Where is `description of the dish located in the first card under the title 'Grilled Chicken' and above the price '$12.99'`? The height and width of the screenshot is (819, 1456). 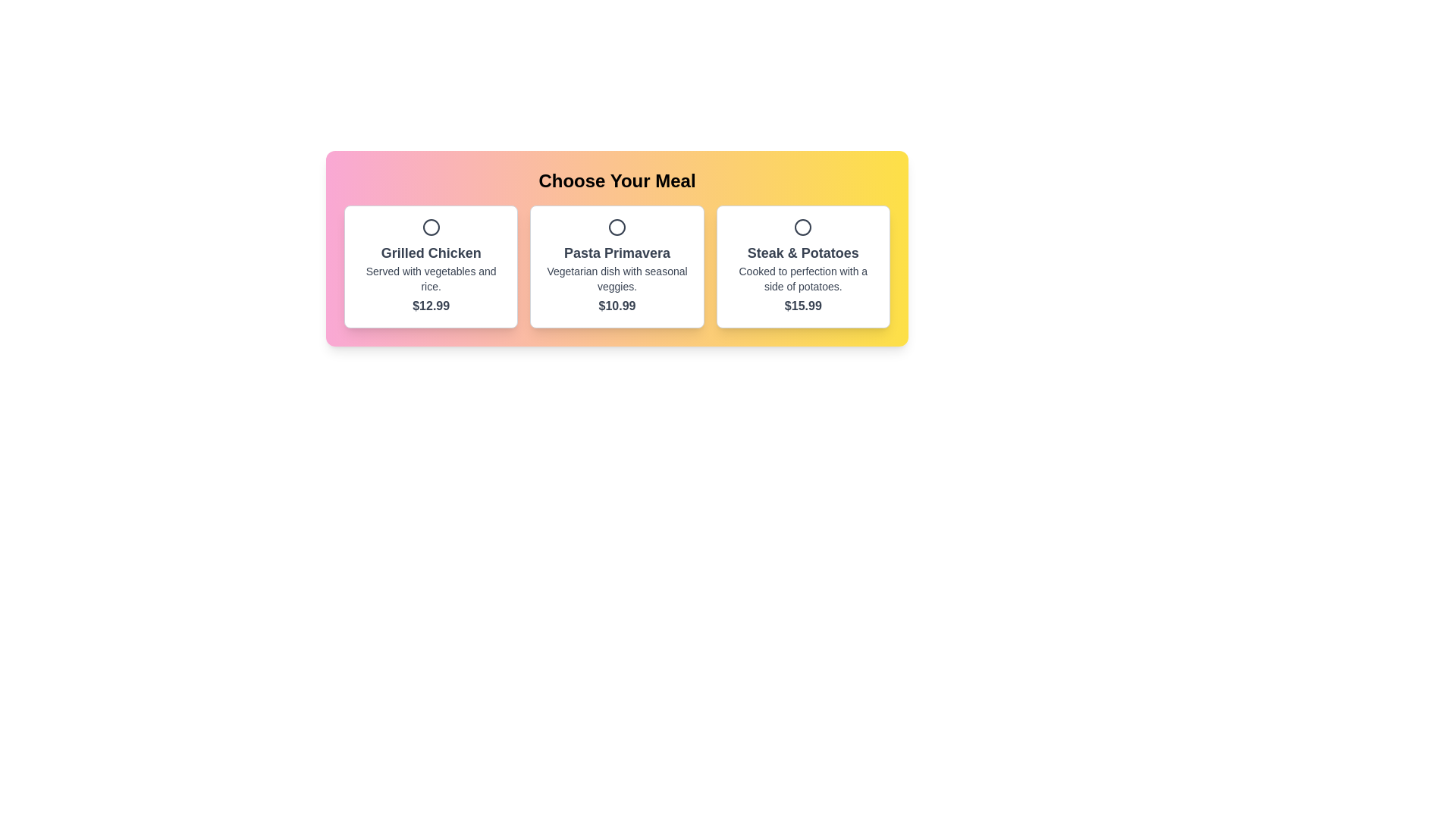
description of the dish located in the first card under the title 'Grilled Chicken' and above the price '$12.99' is located at coordinates (430, 278).